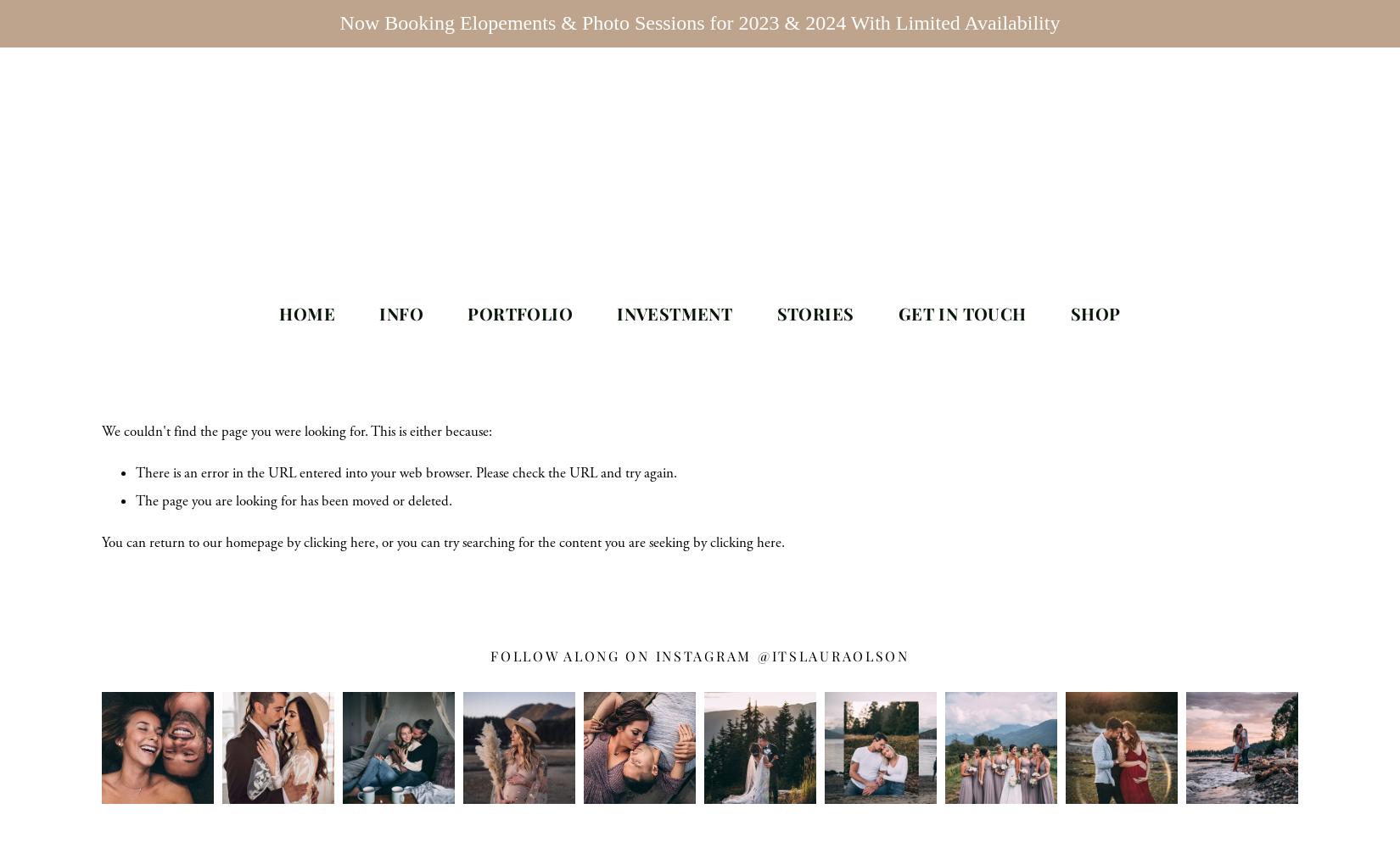 Image resolution: width=1400 pixels, height=848 pixels. What do you see at coordinates (294, 499) in the screenshot?
I see `'The page you are looking for has been moved or deleted.'` at bounding box center [294, 499].